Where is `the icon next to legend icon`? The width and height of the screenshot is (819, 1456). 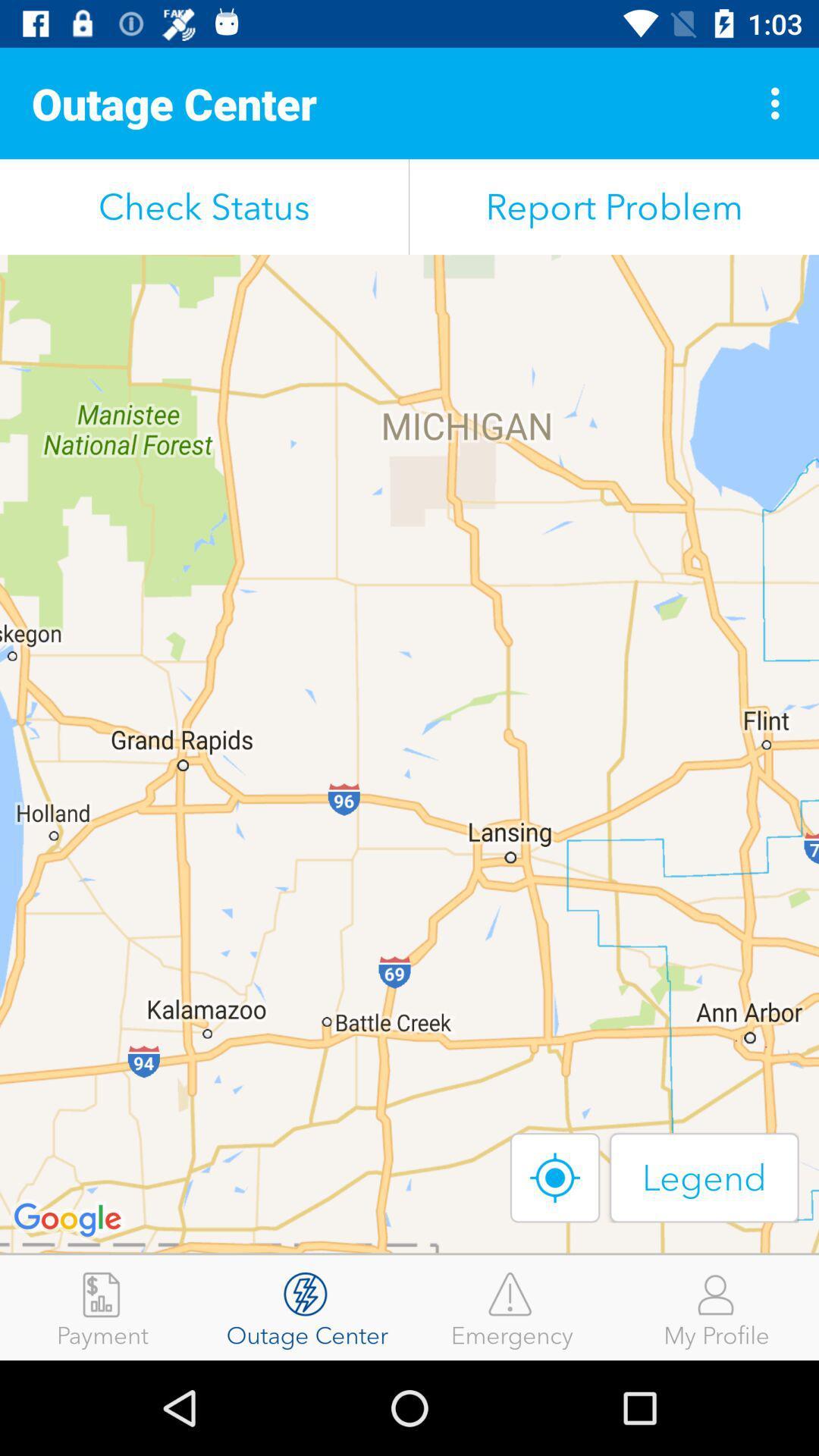 the icon next to legend icon is located at coordinates (555, 1177).